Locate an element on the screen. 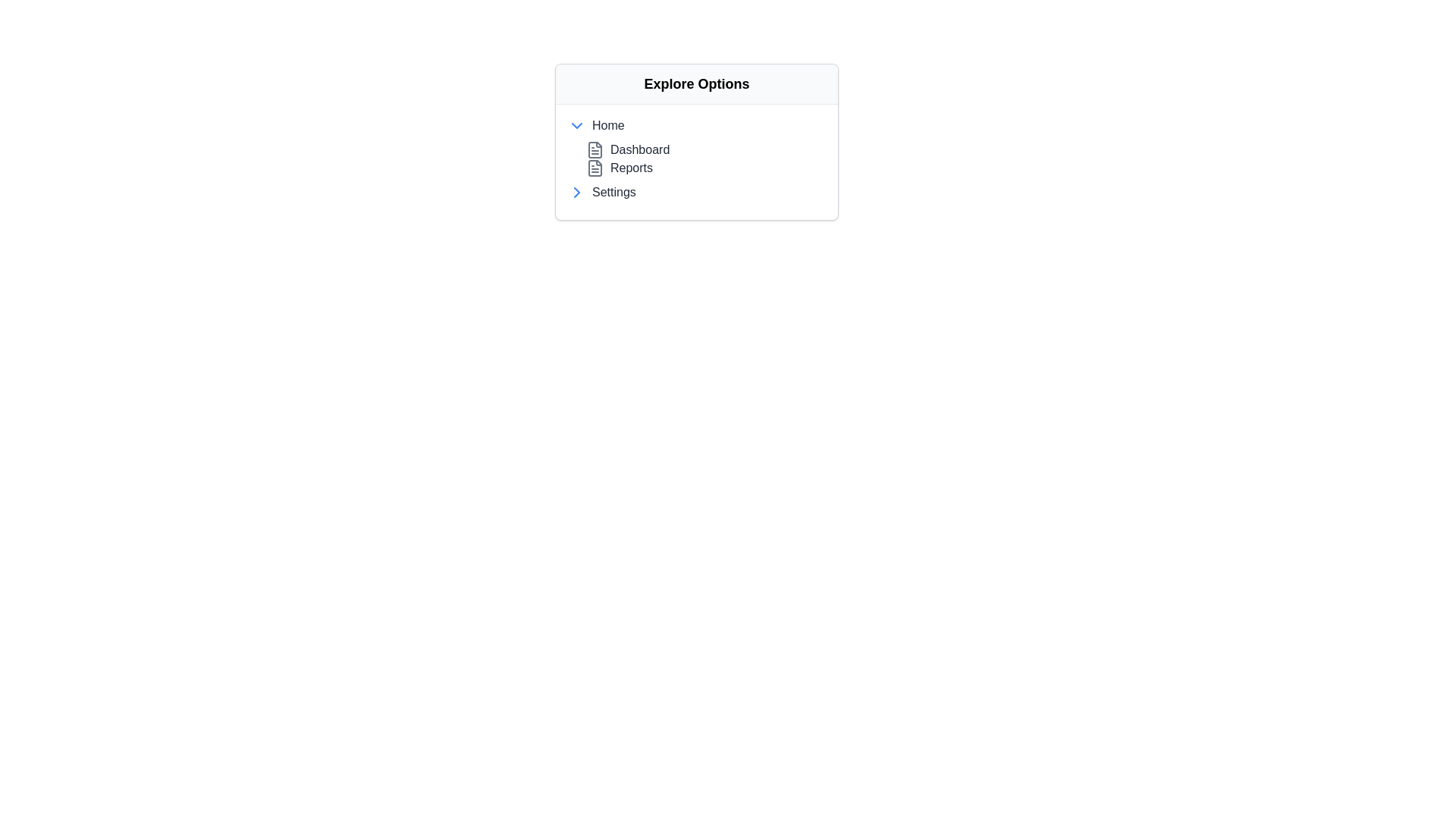  the file/document icon with a gray outline located to the left of the 'Dashboard' text is located at coordinates (595, 149).